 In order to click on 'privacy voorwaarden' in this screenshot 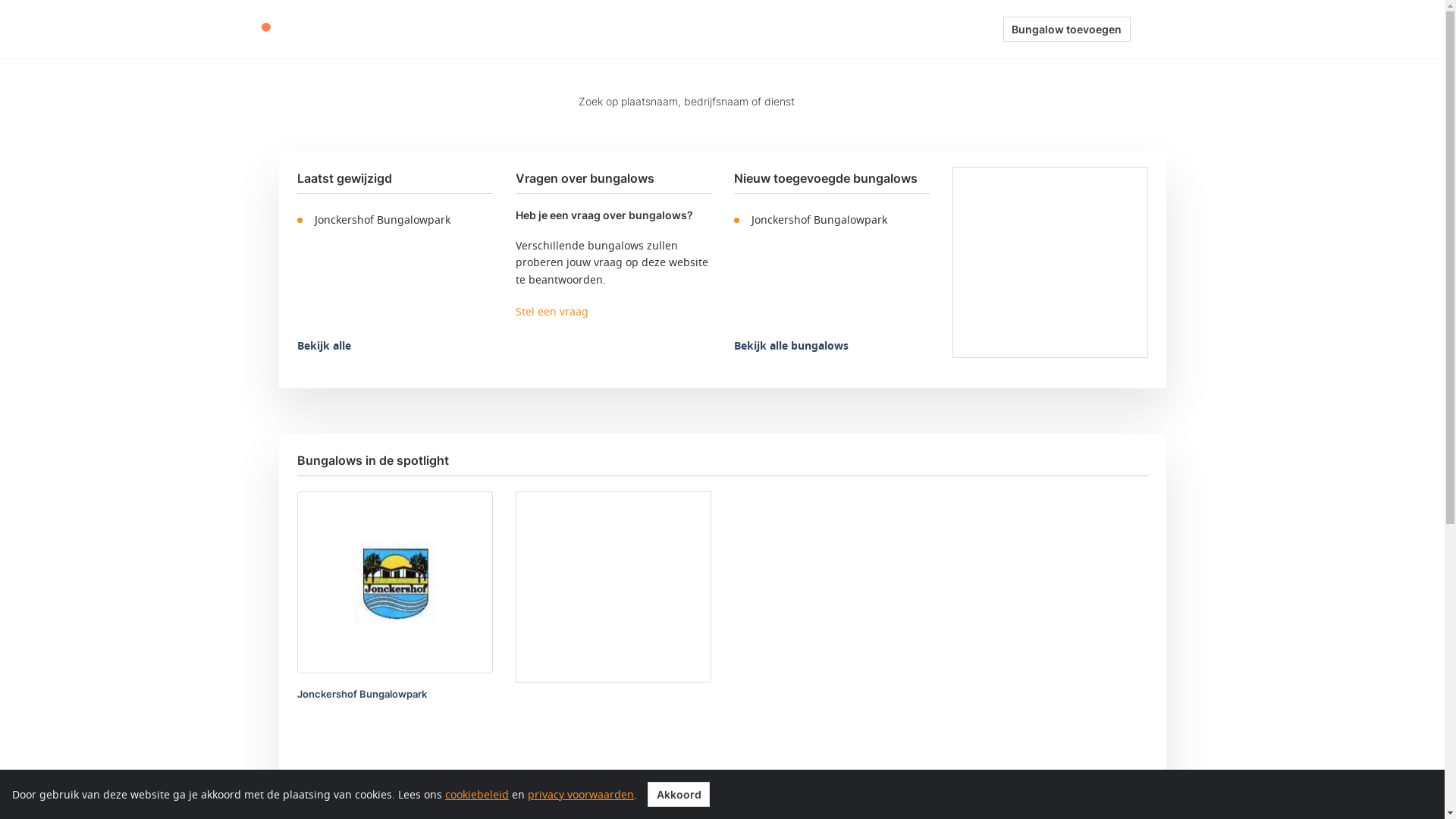, I will do `click(580, 793)`.